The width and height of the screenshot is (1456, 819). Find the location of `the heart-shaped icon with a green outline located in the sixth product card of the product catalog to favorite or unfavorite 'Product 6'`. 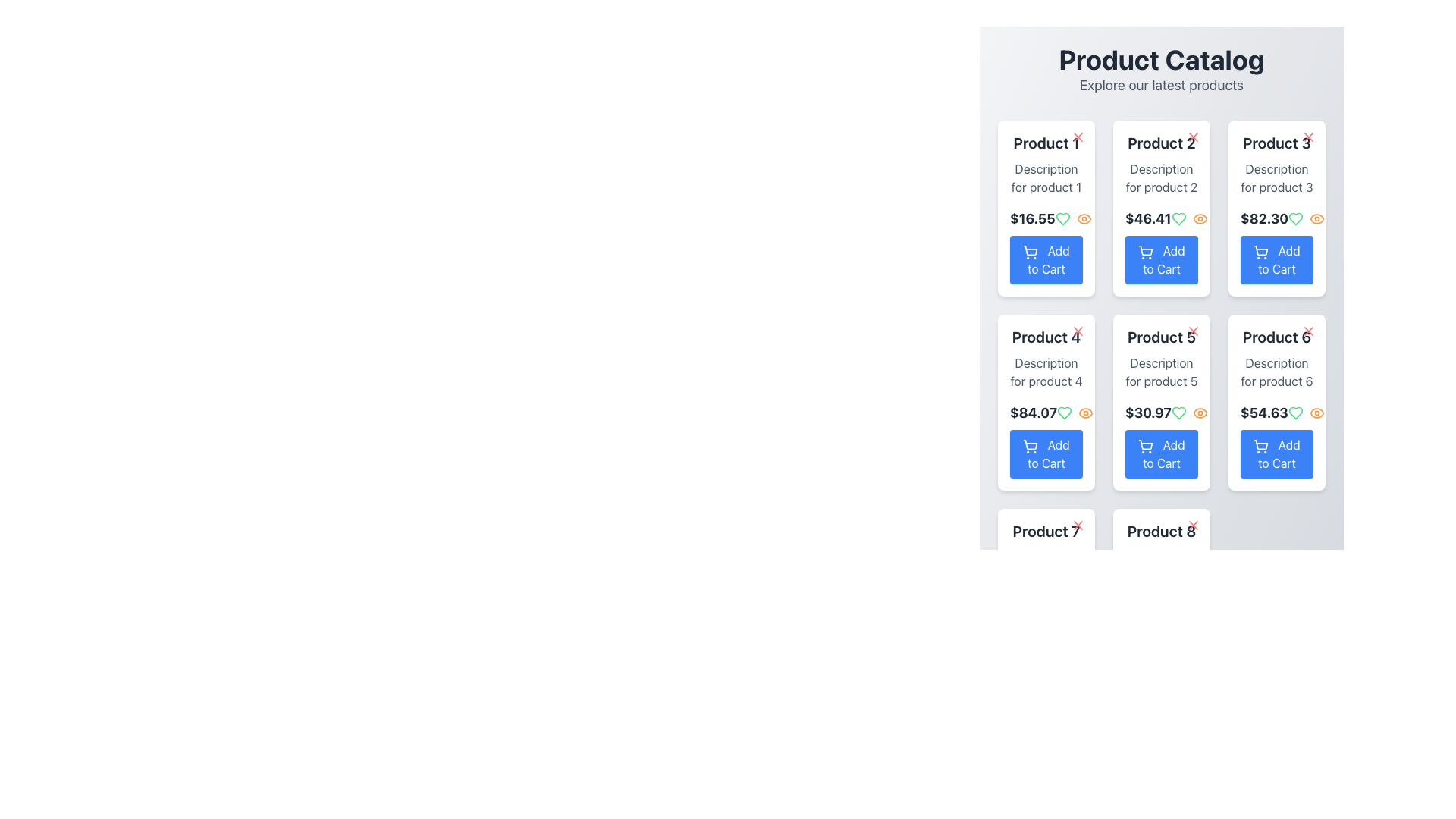

the heart-shaped icon with a green outline located in the sixth product card of the product catalog to favorite or unfavorite 'Product 6' is located at coordinates (1178, 219).